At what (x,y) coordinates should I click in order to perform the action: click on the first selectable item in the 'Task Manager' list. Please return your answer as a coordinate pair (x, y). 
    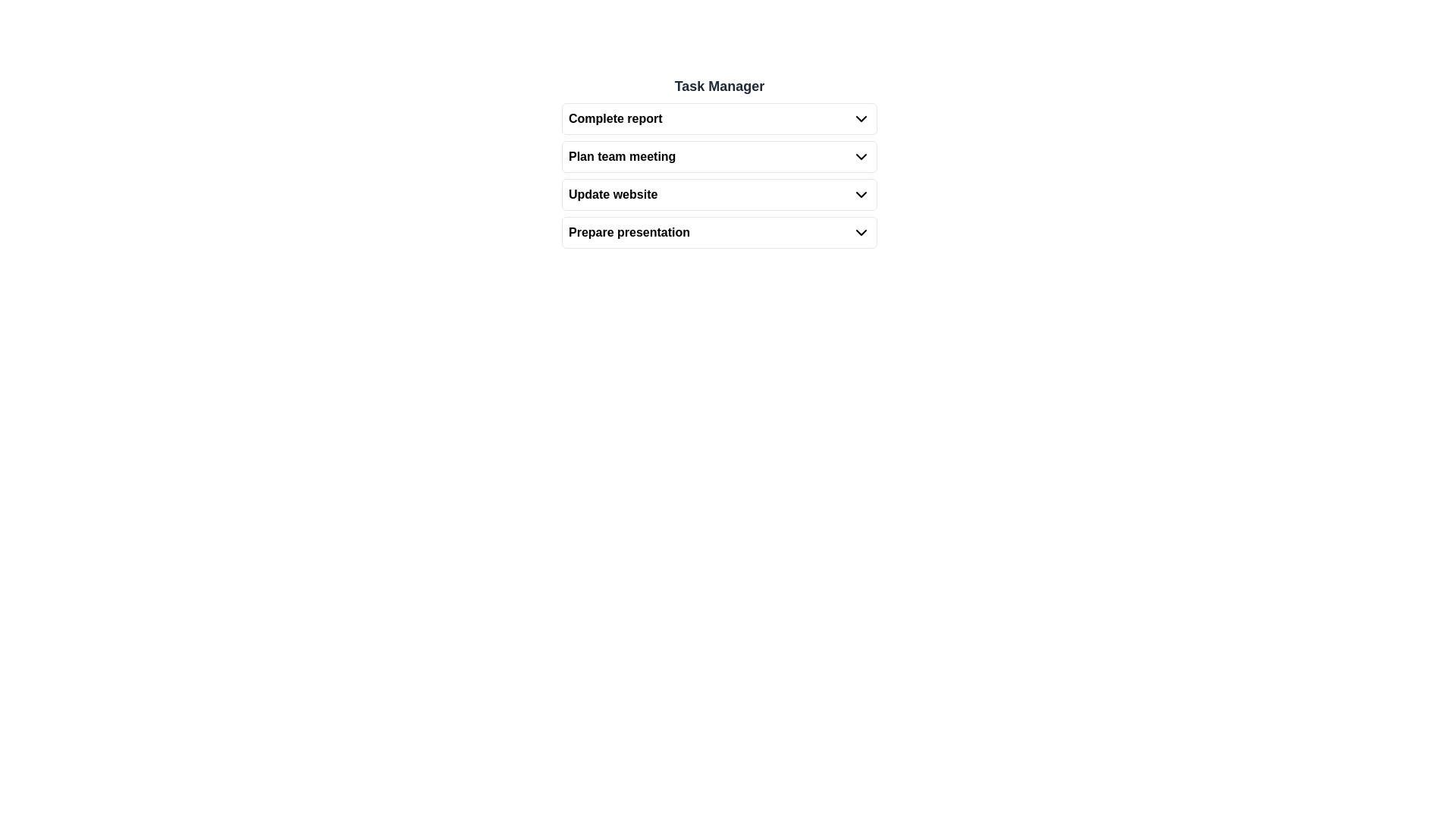
    Looking at the image, I should click on (719, 118).